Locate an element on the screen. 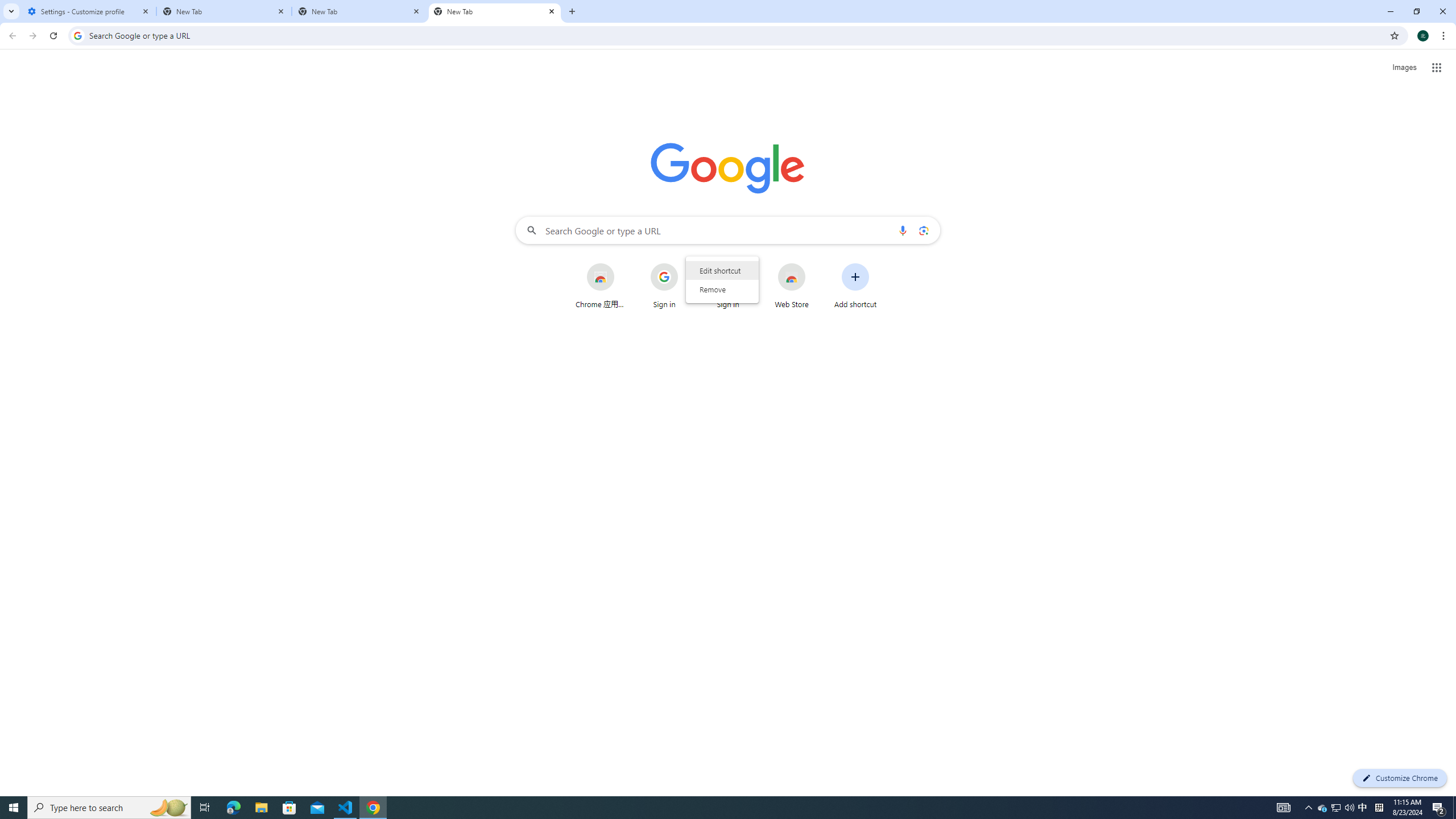 This screenshot has width=1456, height=819. 'Edit shortcut' is located at coordinates (721, 270).